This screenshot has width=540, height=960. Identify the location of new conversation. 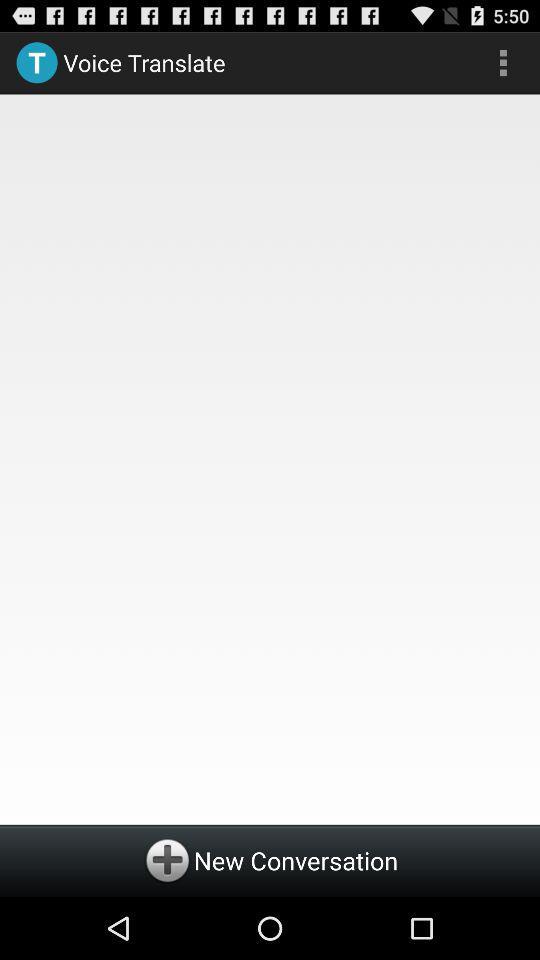
(270, 859).